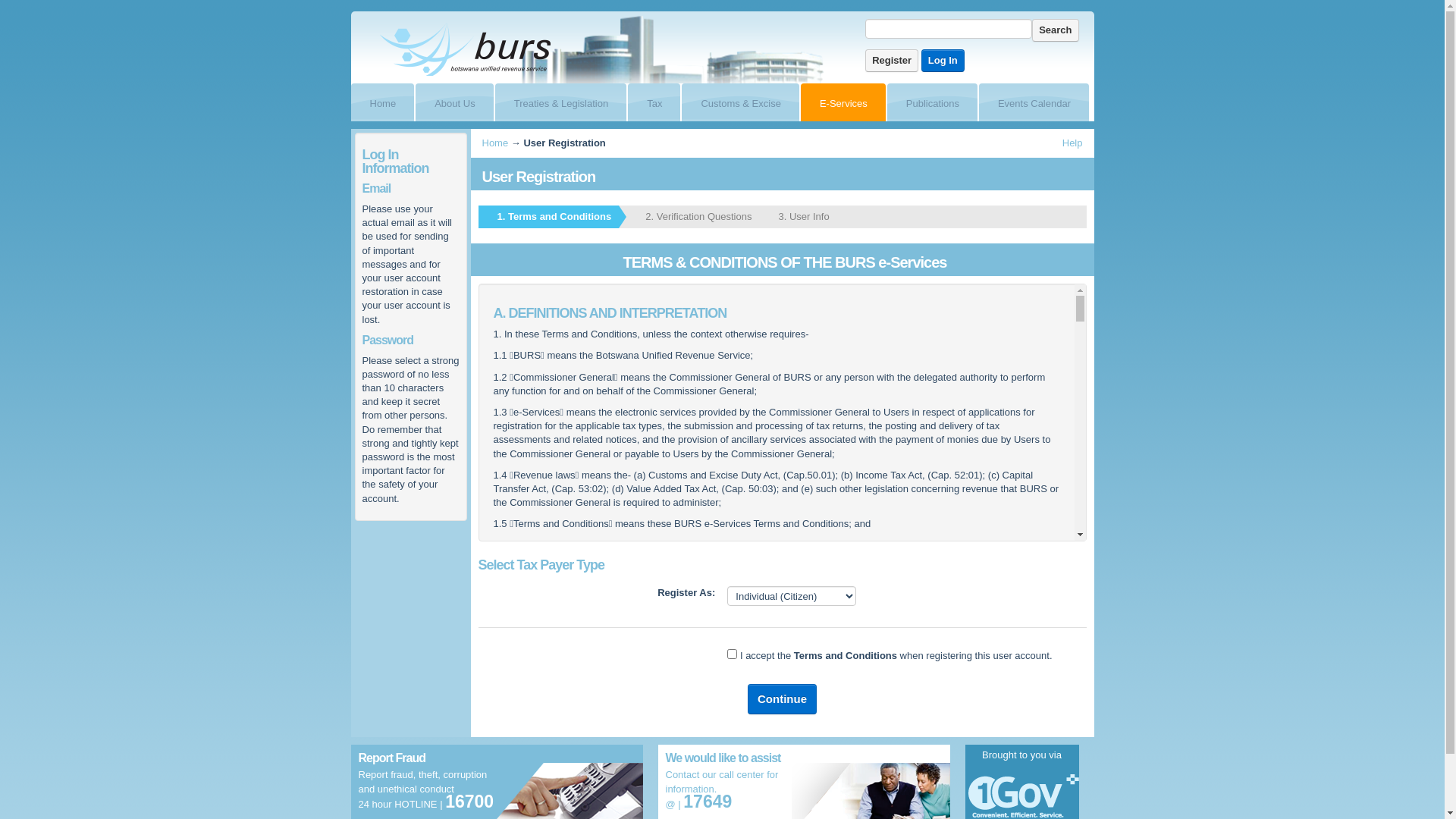 The image size is (1456, 819). Describe the element at coordinates (1072, 143) in the screenshot. I see `'Help'` at that location.